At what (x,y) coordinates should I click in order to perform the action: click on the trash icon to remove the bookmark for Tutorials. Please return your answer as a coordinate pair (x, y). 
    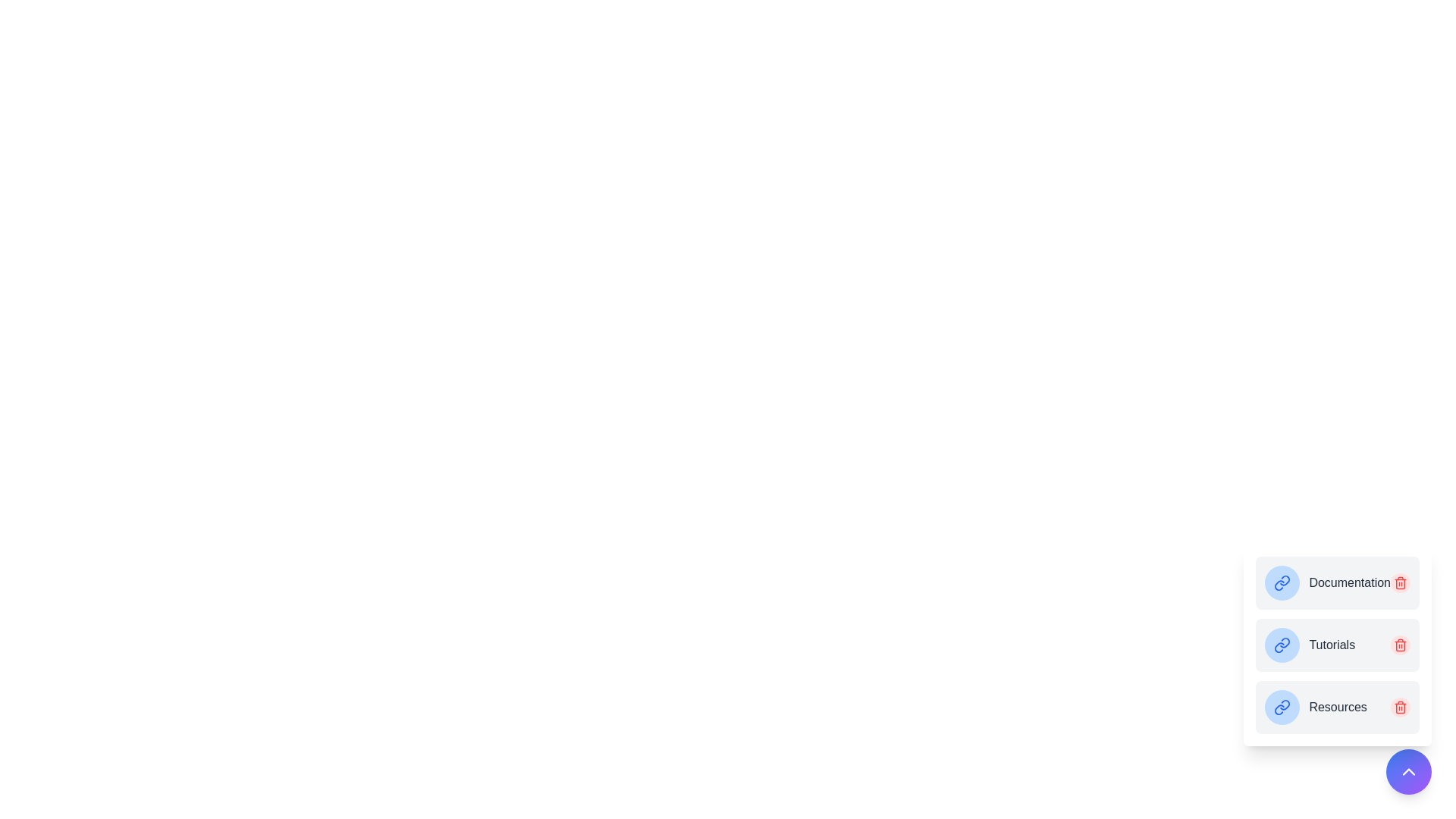
    Looking at the image, I should click on (1400, 645).